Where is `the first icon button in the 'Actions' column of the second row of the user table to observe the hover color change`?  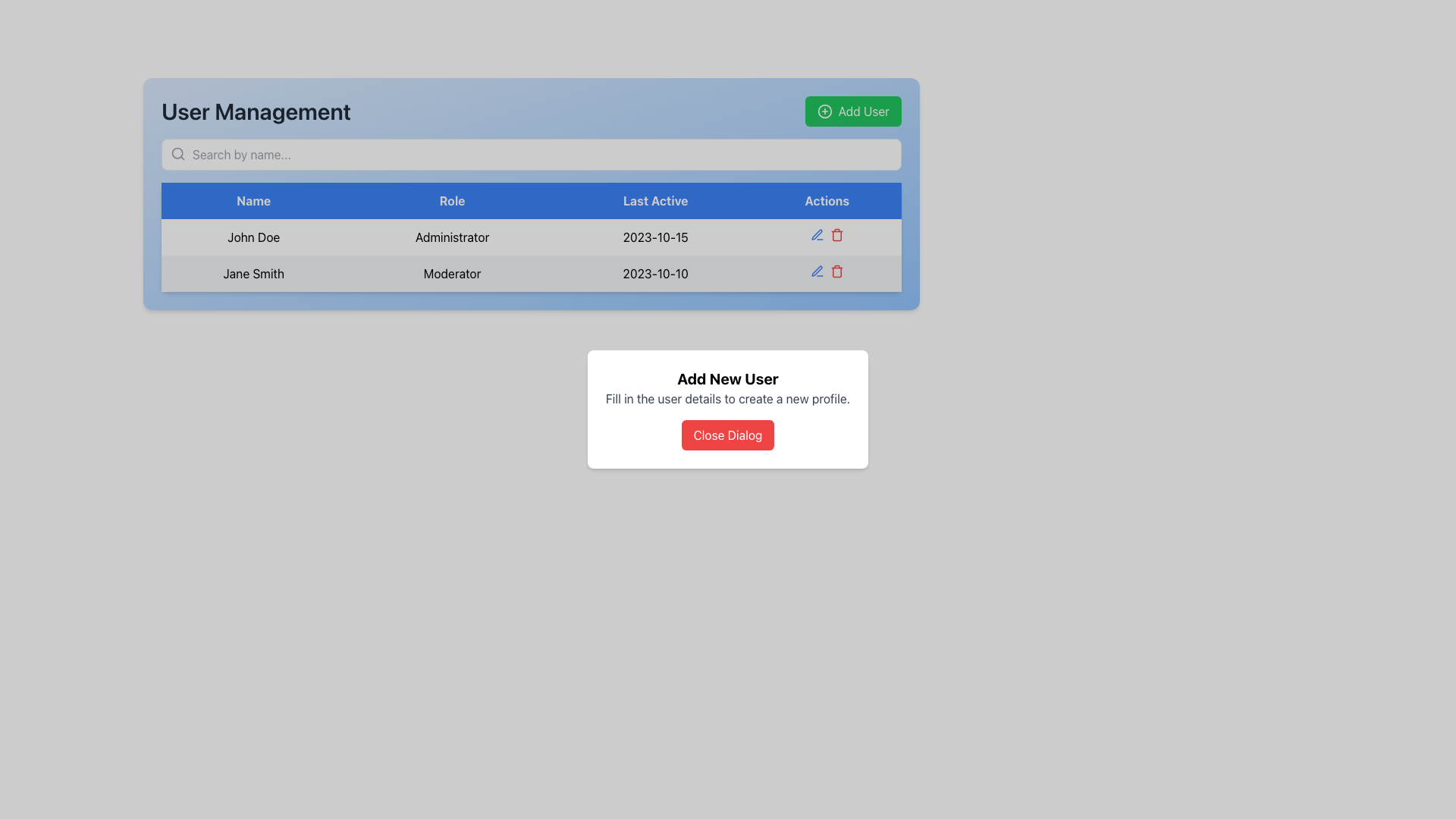 the first icon button in the 'Actions' column of the second row of the user table to observe the hover color change is located at coordinates (816, 234).